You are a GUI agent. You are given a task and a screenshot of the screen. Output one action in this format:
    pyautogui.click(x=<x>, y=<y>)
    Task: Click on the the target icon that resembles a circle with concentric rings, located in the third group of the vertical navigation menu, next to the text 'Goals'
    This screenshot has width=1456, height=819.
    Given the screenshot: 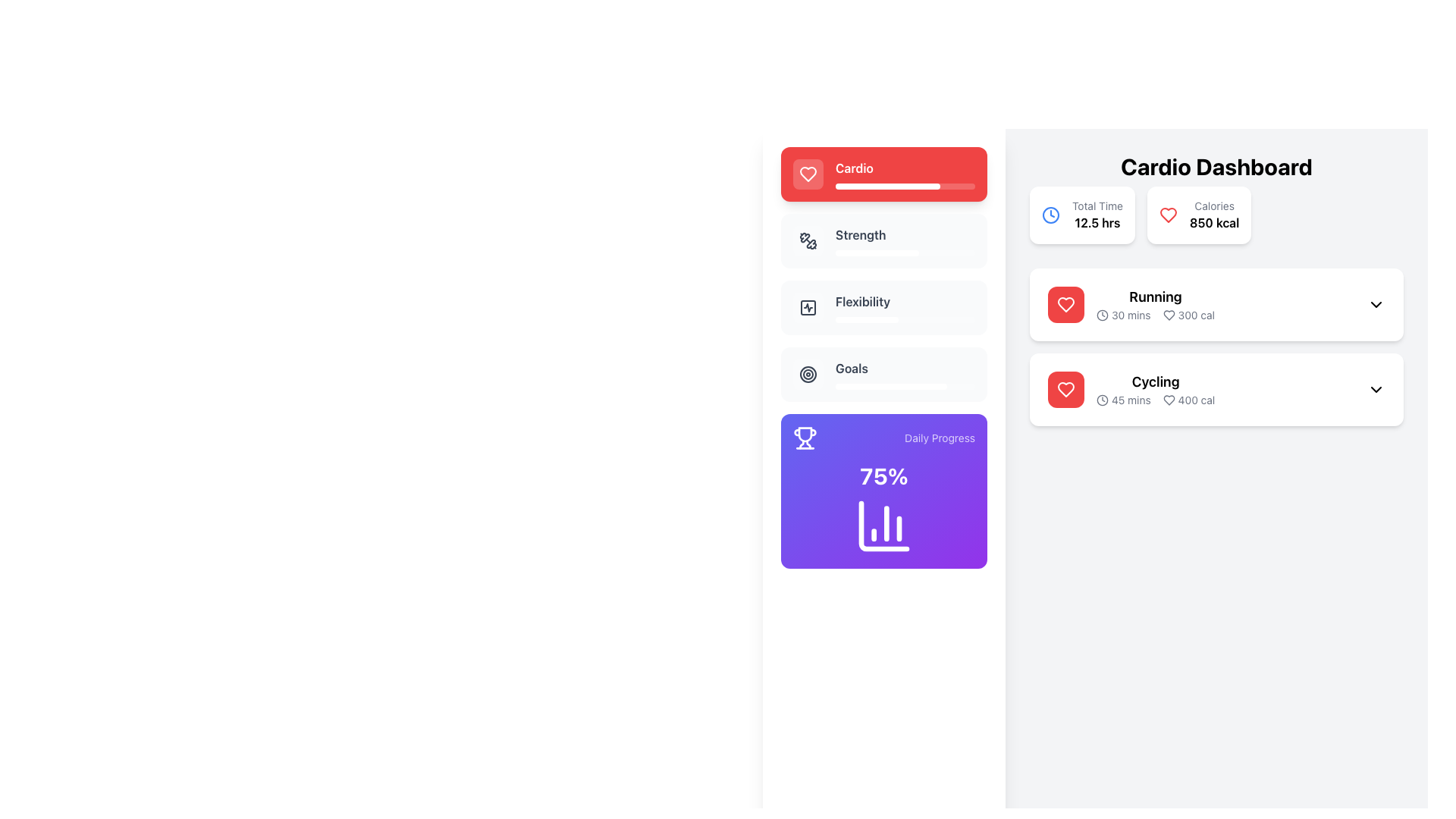 What is the action you would take?
    pyautogui.click(x=807, y=374)
    